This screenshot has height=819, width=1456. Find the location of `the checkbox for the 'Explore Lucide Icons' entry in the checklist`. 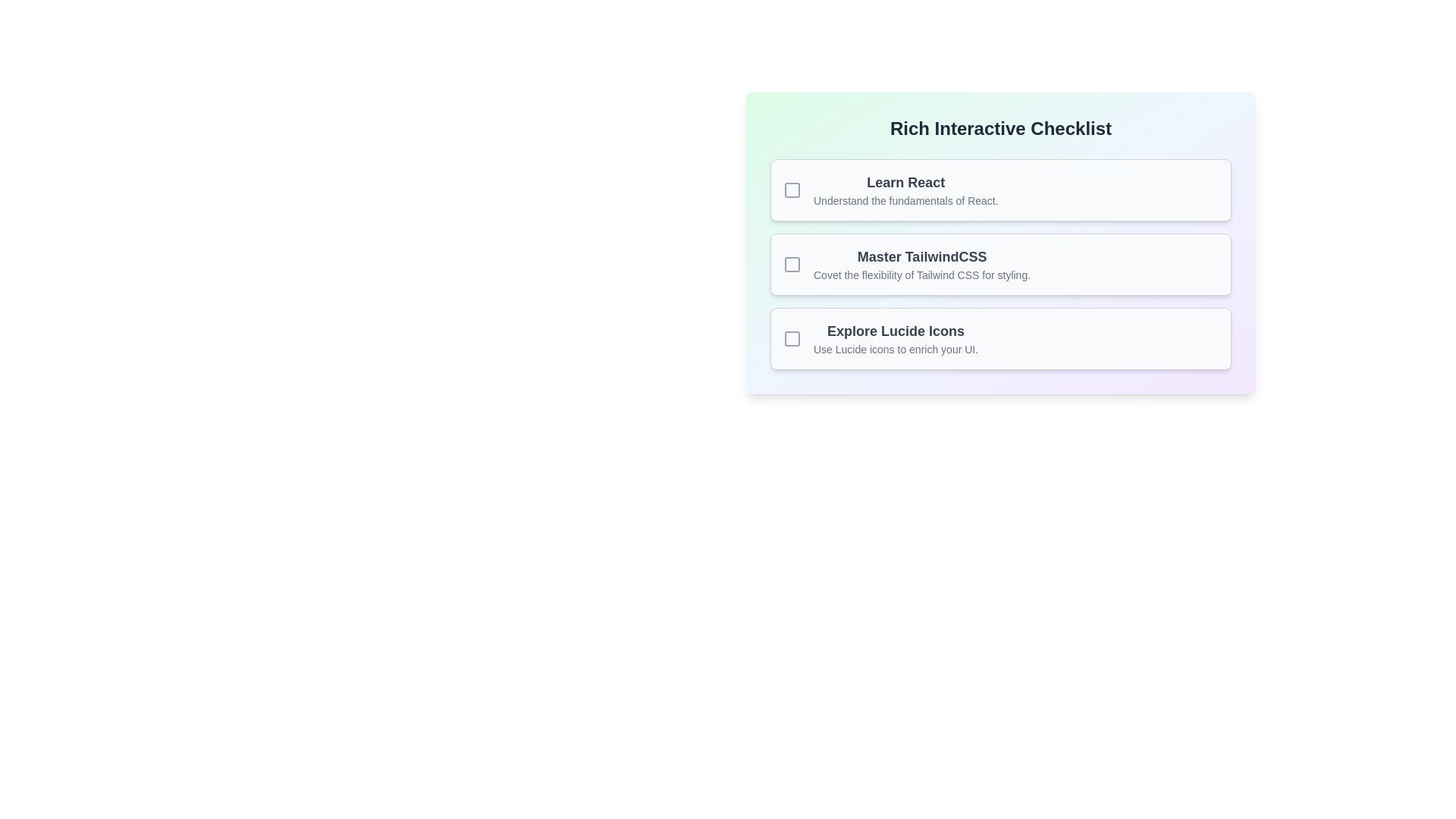

the checkbox for the 'Explore Lucide Icons' entry in the checklist is located at coordinates (792, 338).